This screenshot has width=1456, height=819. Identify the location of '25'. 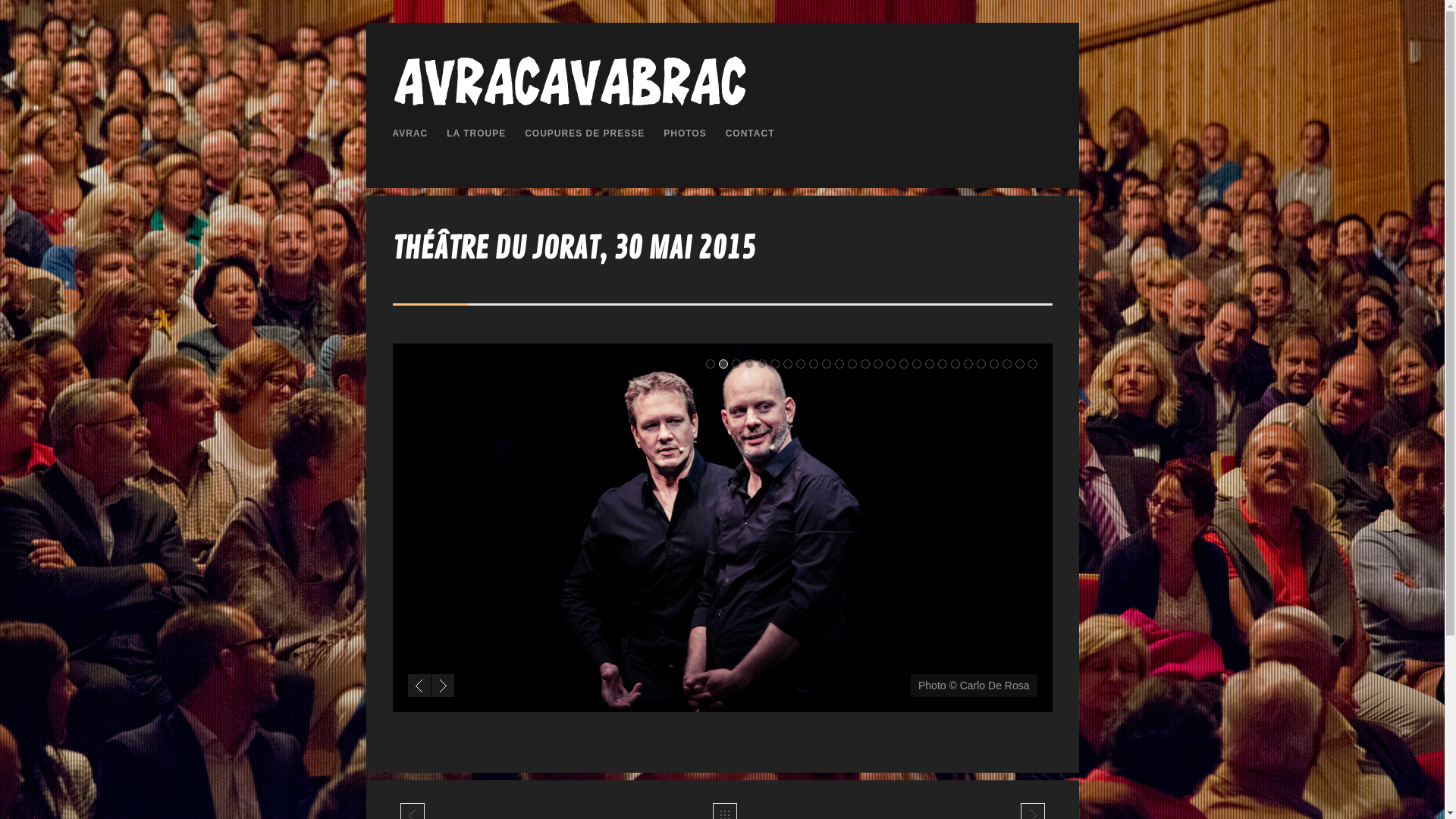
(1019, 363).